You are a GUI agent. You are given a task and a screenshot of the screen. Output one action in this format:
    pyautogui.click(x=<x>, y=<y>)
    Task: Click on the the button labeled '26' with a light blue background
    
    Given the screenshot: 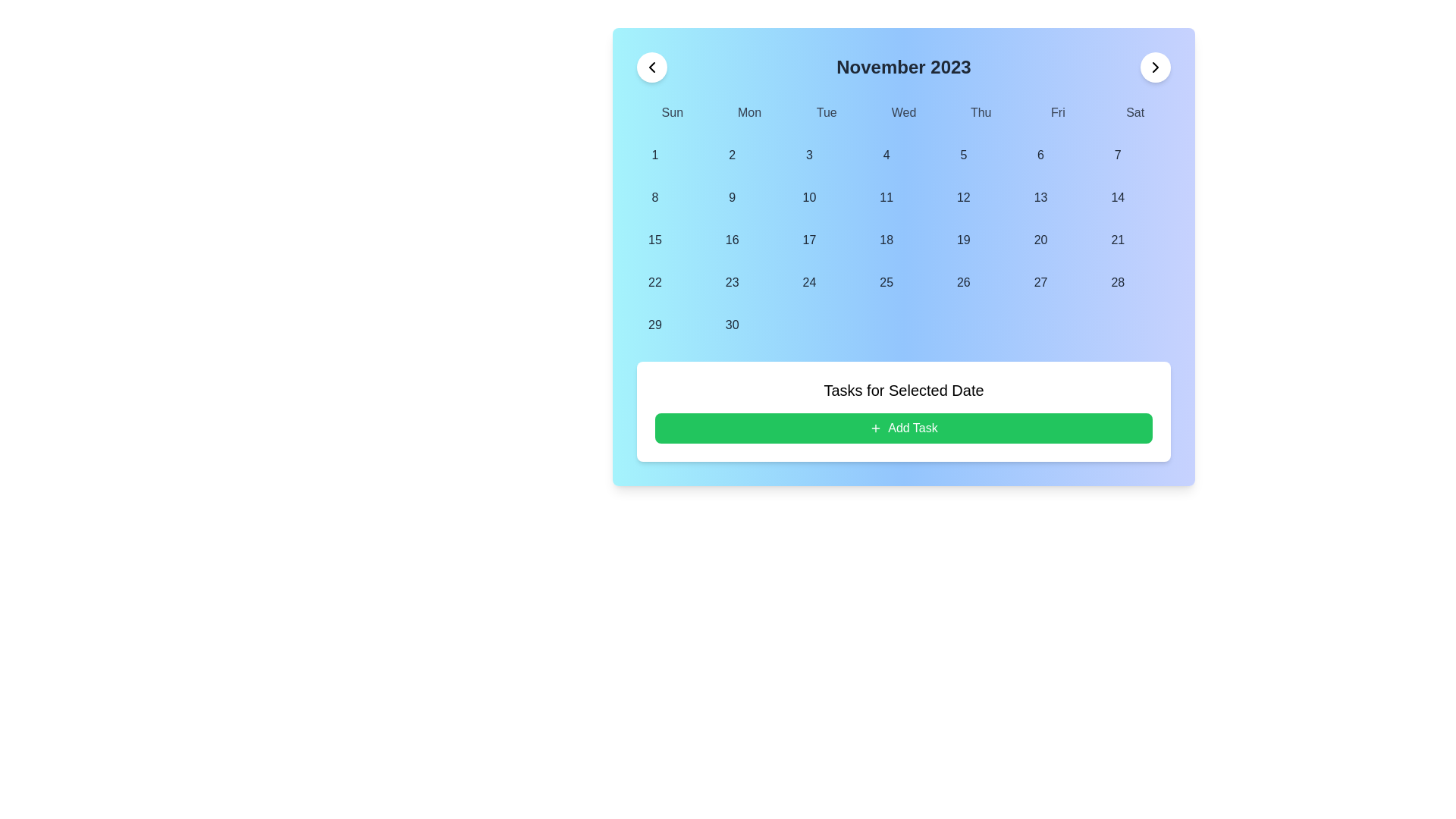 What is the action you would take?
    pyautogui.click(x=962, y=283)
    